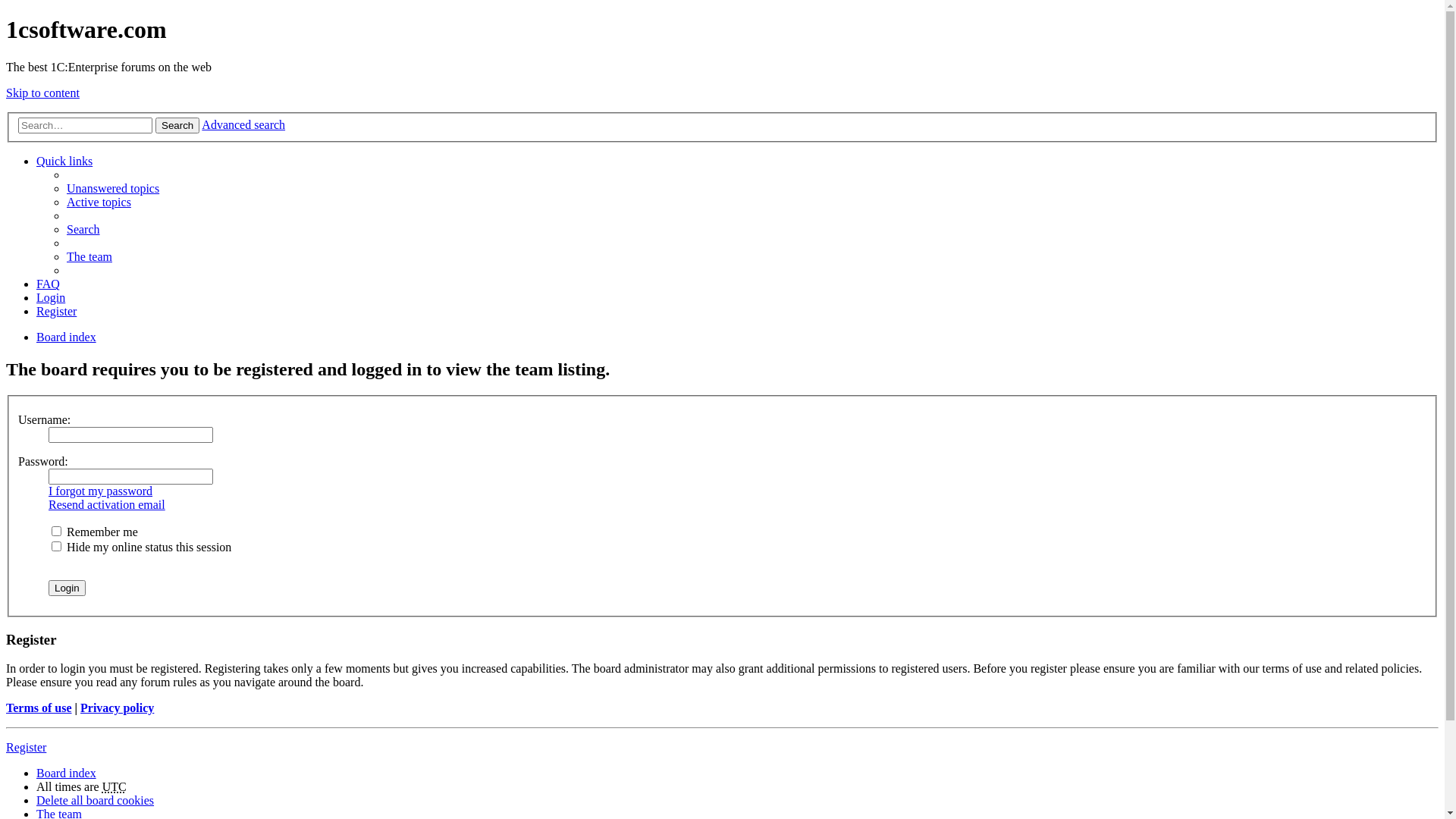 The height and width of the screenshot is (819, 1456). I want to click on 'Delete all board cookies', so click(94, 799).